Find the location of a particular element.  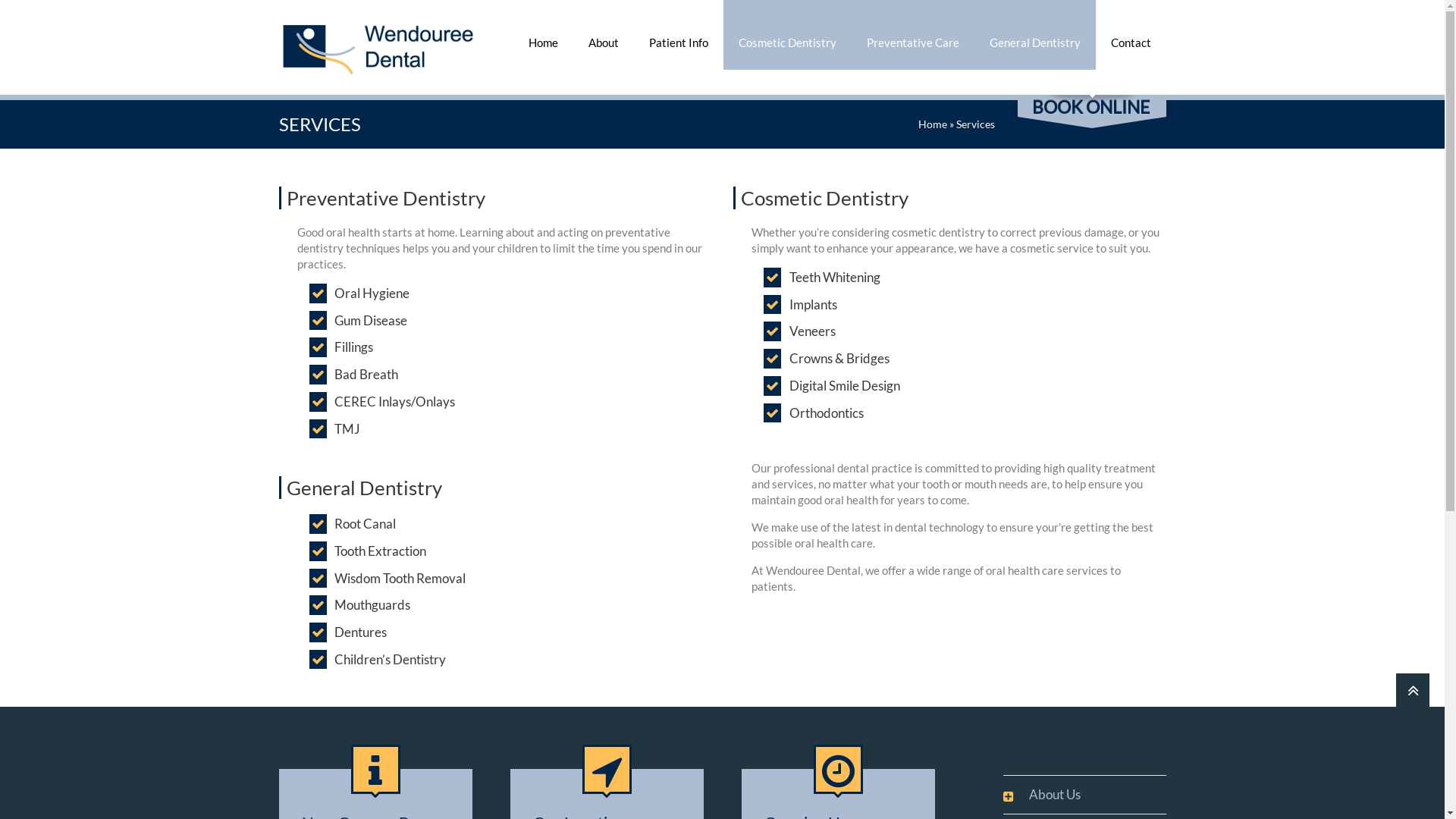

'Crowns & Bridges' is located at coordinates (839, 359).